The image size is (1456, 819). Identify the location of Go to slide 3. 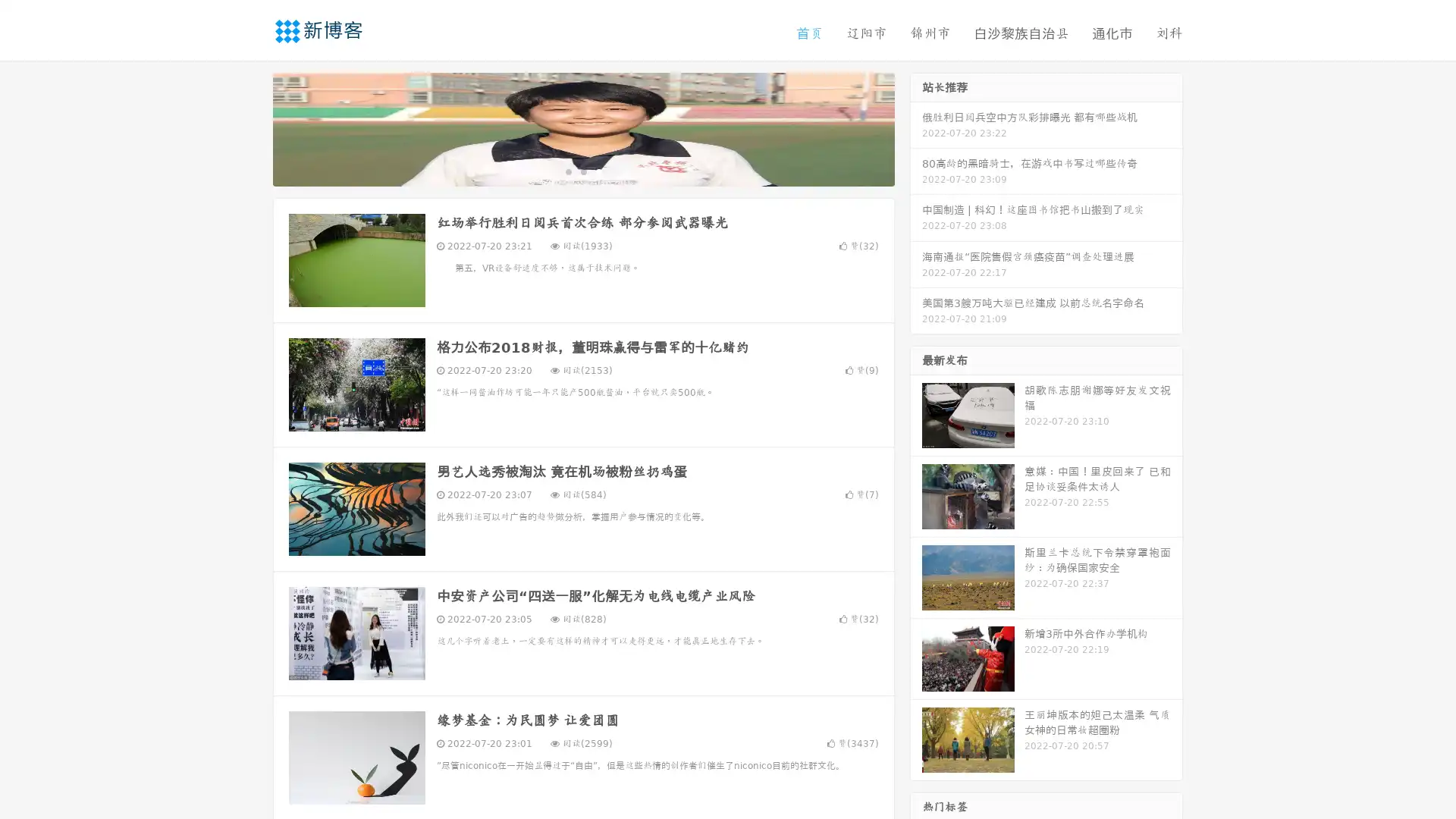
(598, 171).